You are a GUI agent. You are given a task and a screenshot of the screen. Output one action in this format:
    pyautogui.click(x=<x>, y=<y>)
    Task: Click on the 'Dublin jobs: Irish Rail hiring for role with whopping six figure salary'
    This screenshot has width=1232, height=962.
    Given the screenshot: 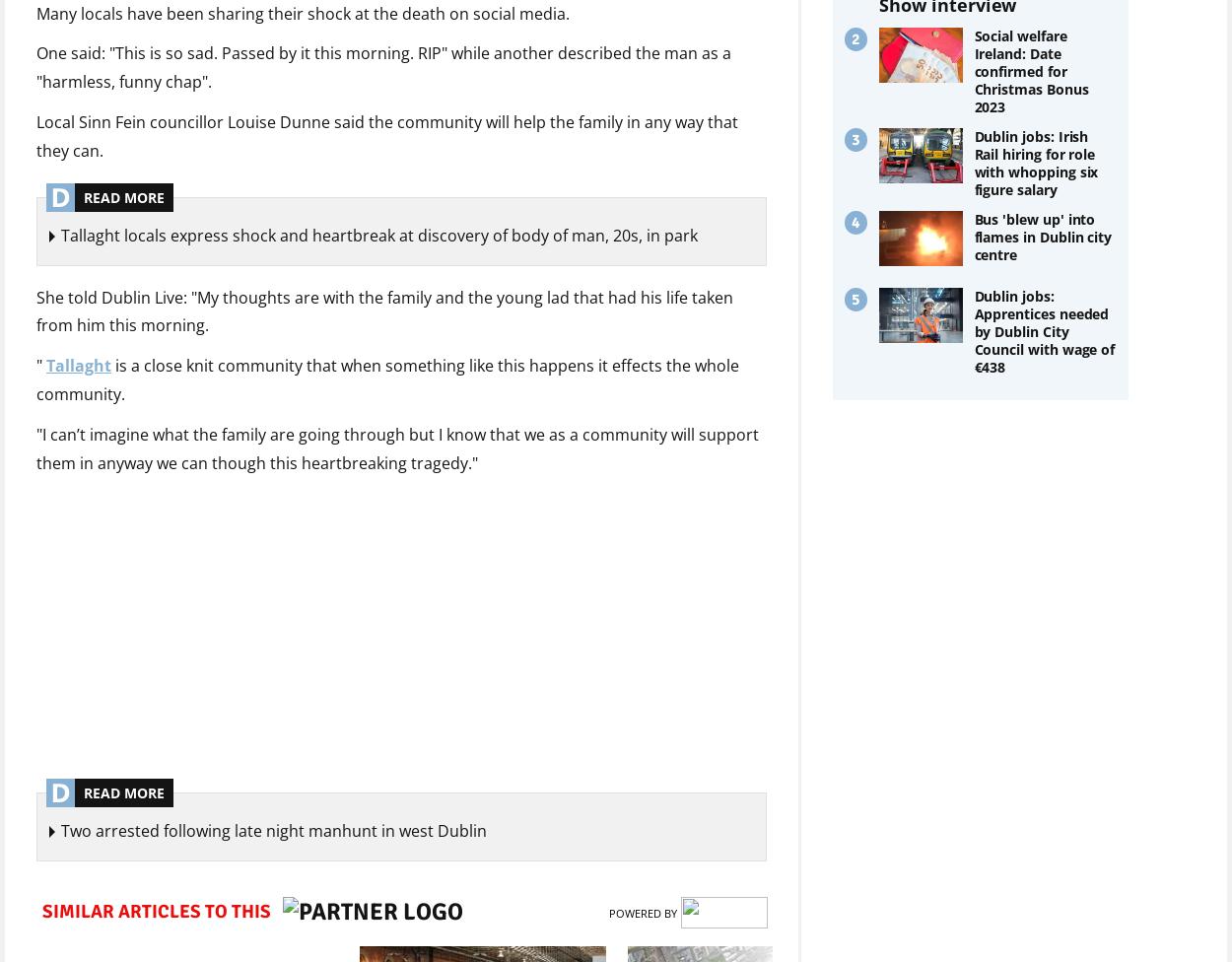 What is the action you would take?
    pyautogui.click(x=1036, y=162)
    